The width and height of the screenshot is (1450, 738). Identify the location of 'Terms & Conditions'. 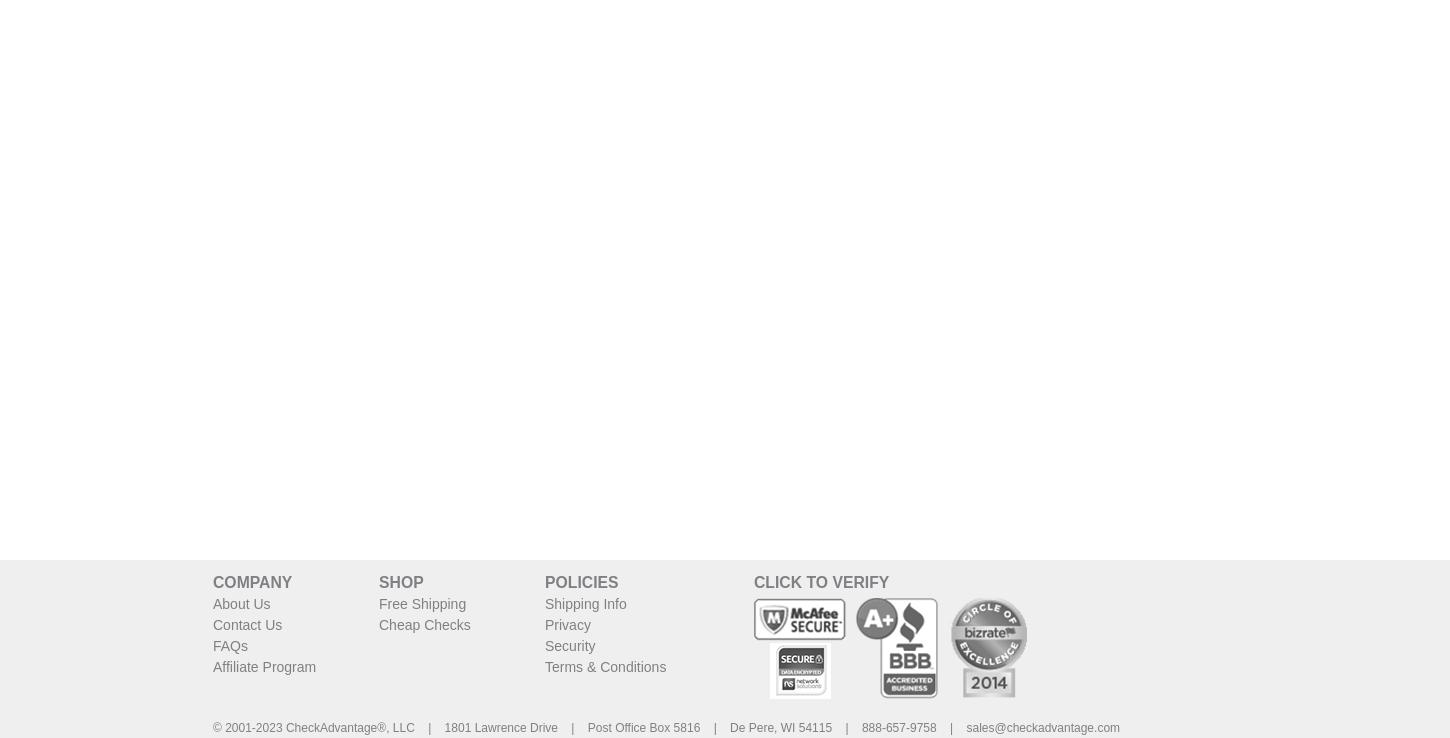
(604, 664).